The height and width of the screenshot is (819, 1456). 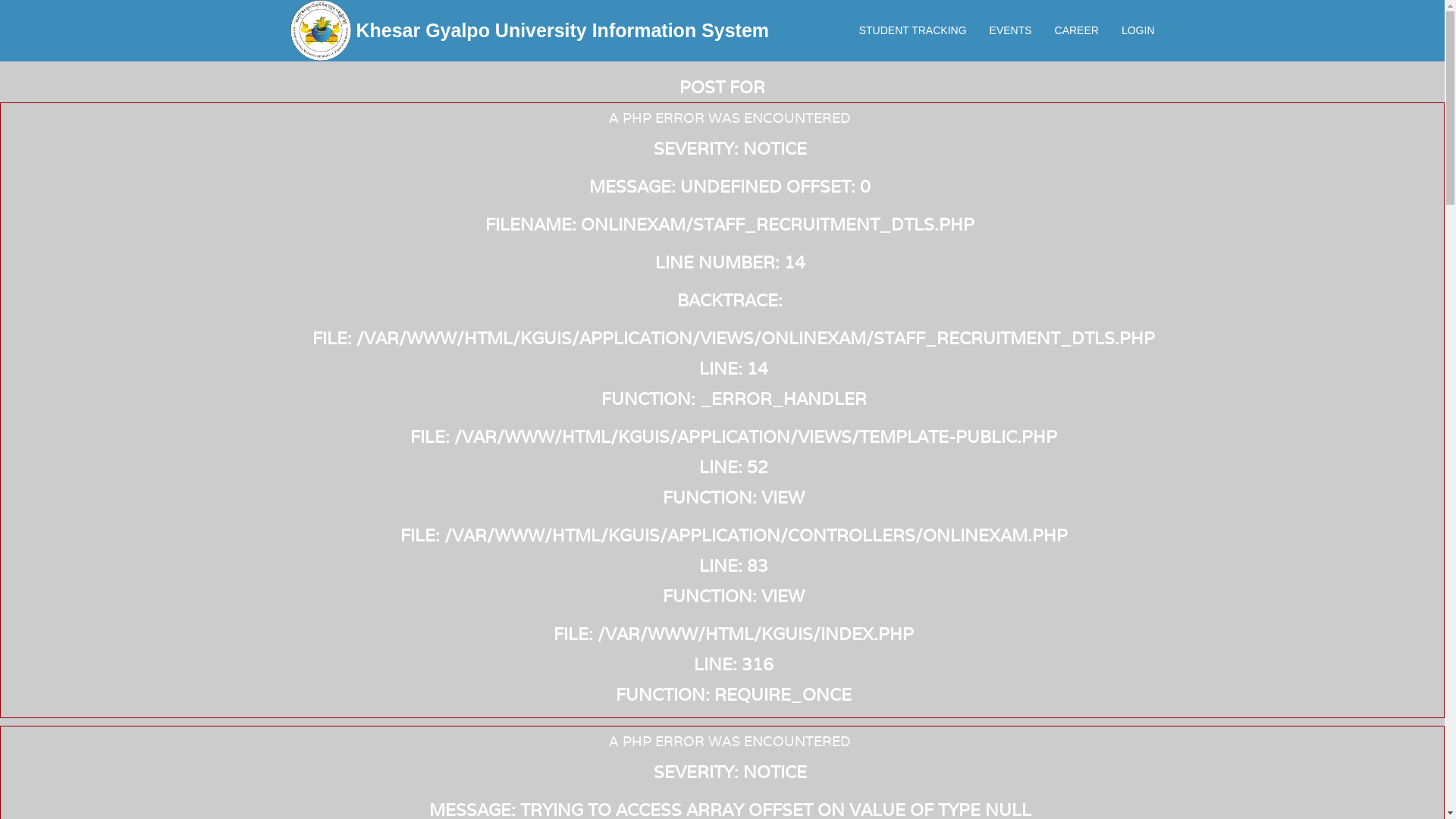 What do you see at coordinates (978, 30) in the screenshot?
I see `'EVENTS'` at bounding box center [978, 30].